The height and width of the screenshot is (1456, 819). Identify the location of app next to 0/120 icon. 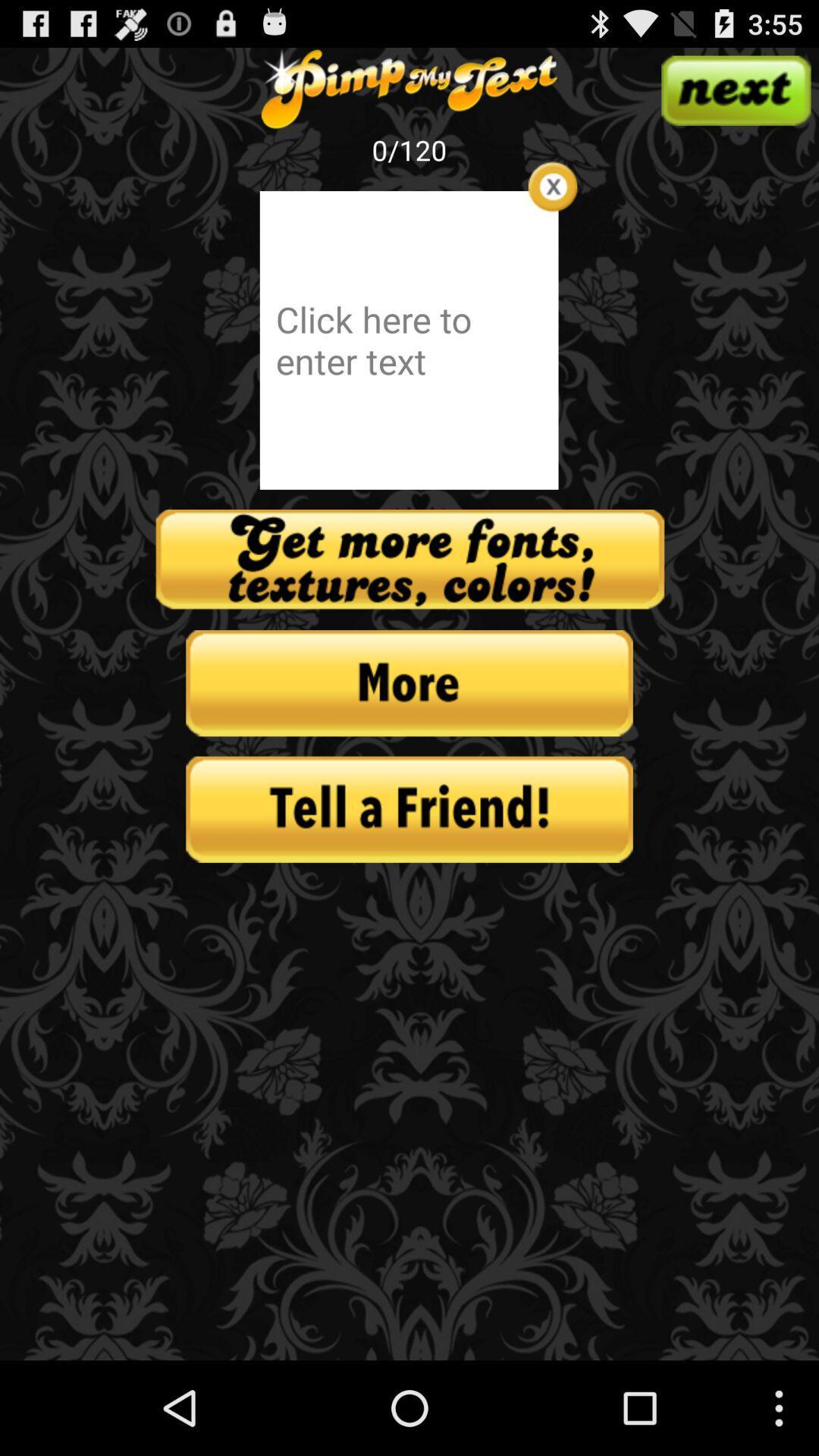
(553, 186).